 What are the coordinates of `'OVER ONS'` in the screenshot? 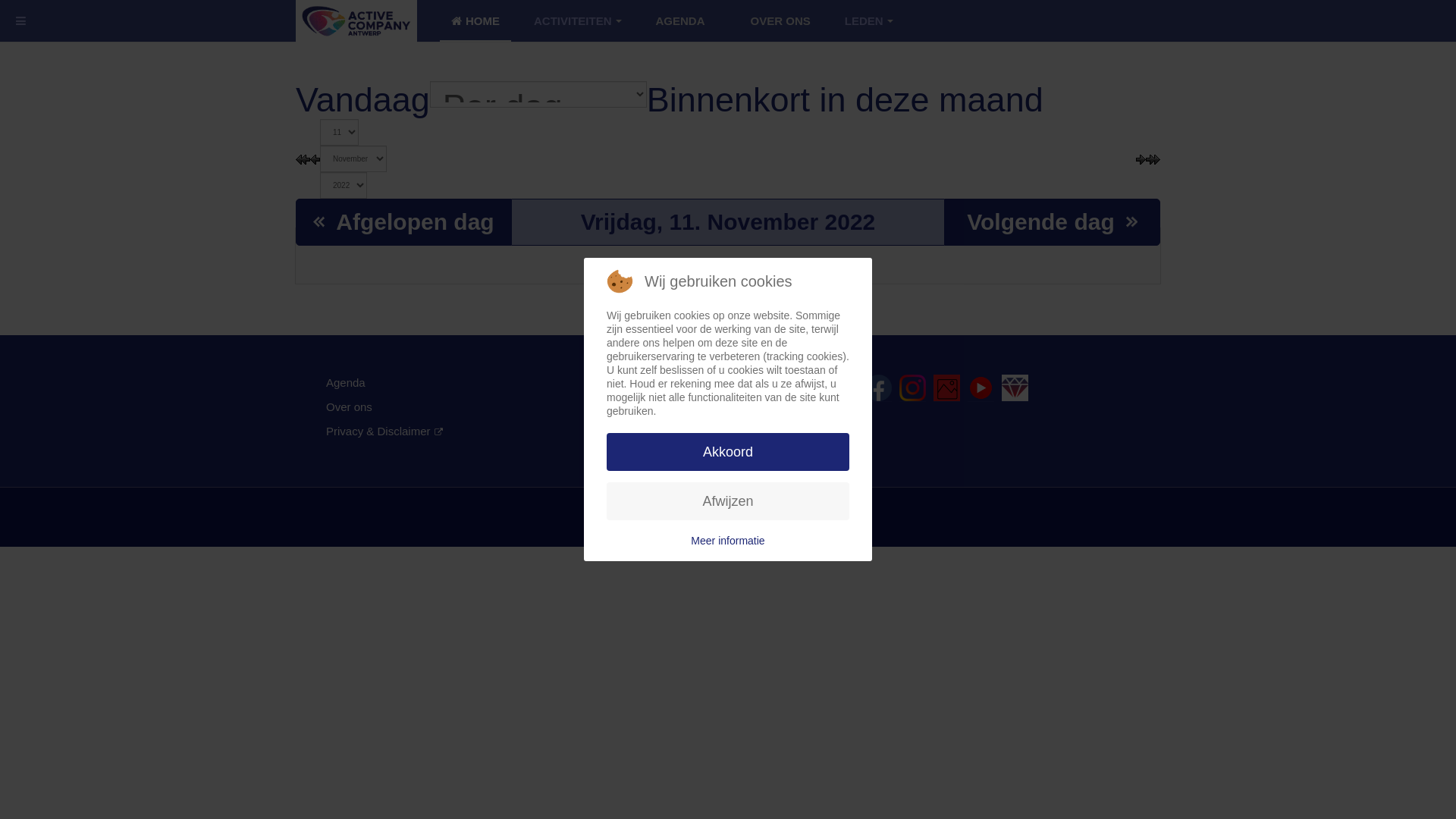 It's located at (780, 20).